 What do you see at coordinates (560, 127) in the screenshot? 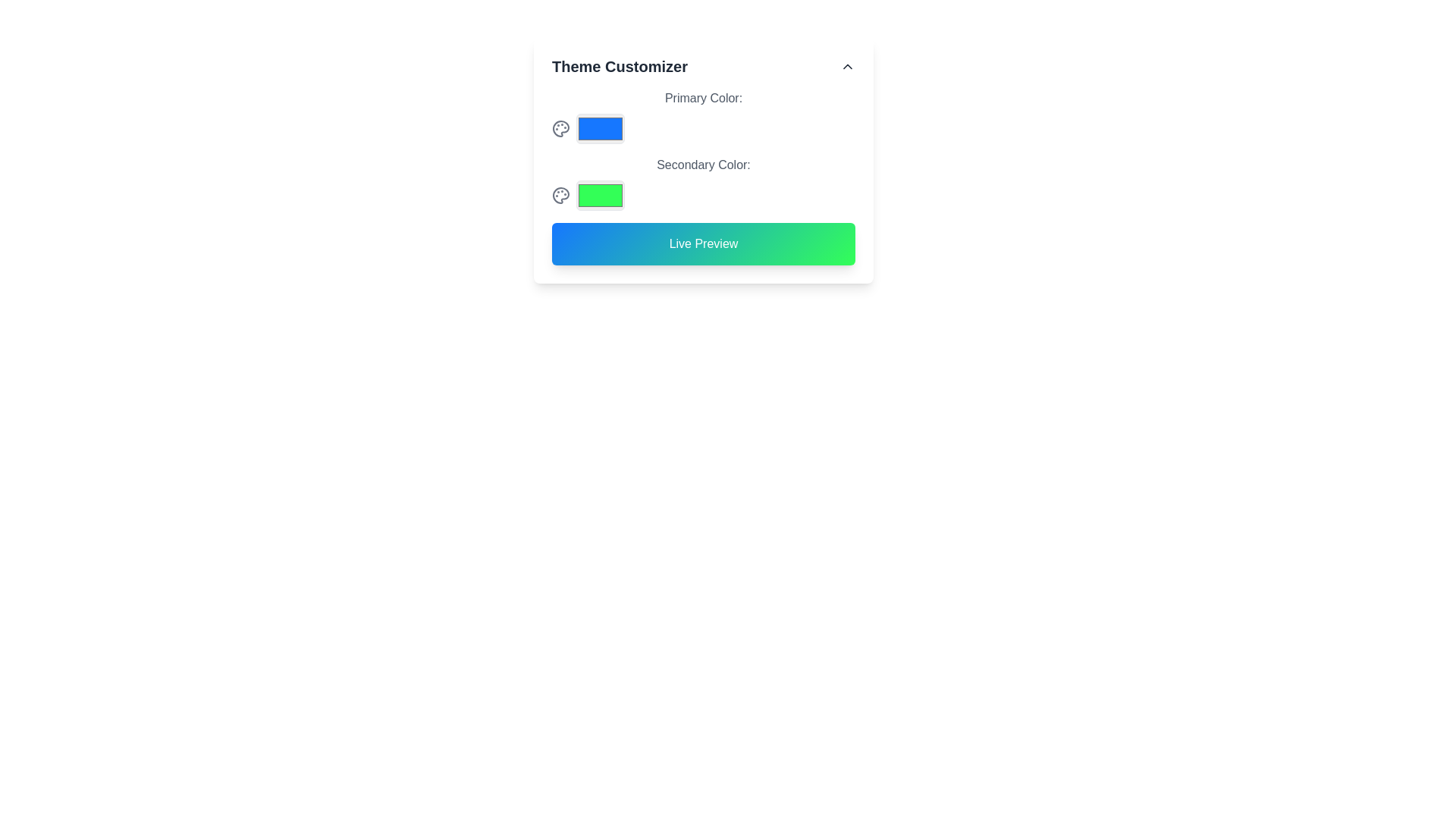
I see `the first icon in the 'Theme Customizer' section that represents the 'Primary Color' selection functionality` at bounding box center [560, 127].